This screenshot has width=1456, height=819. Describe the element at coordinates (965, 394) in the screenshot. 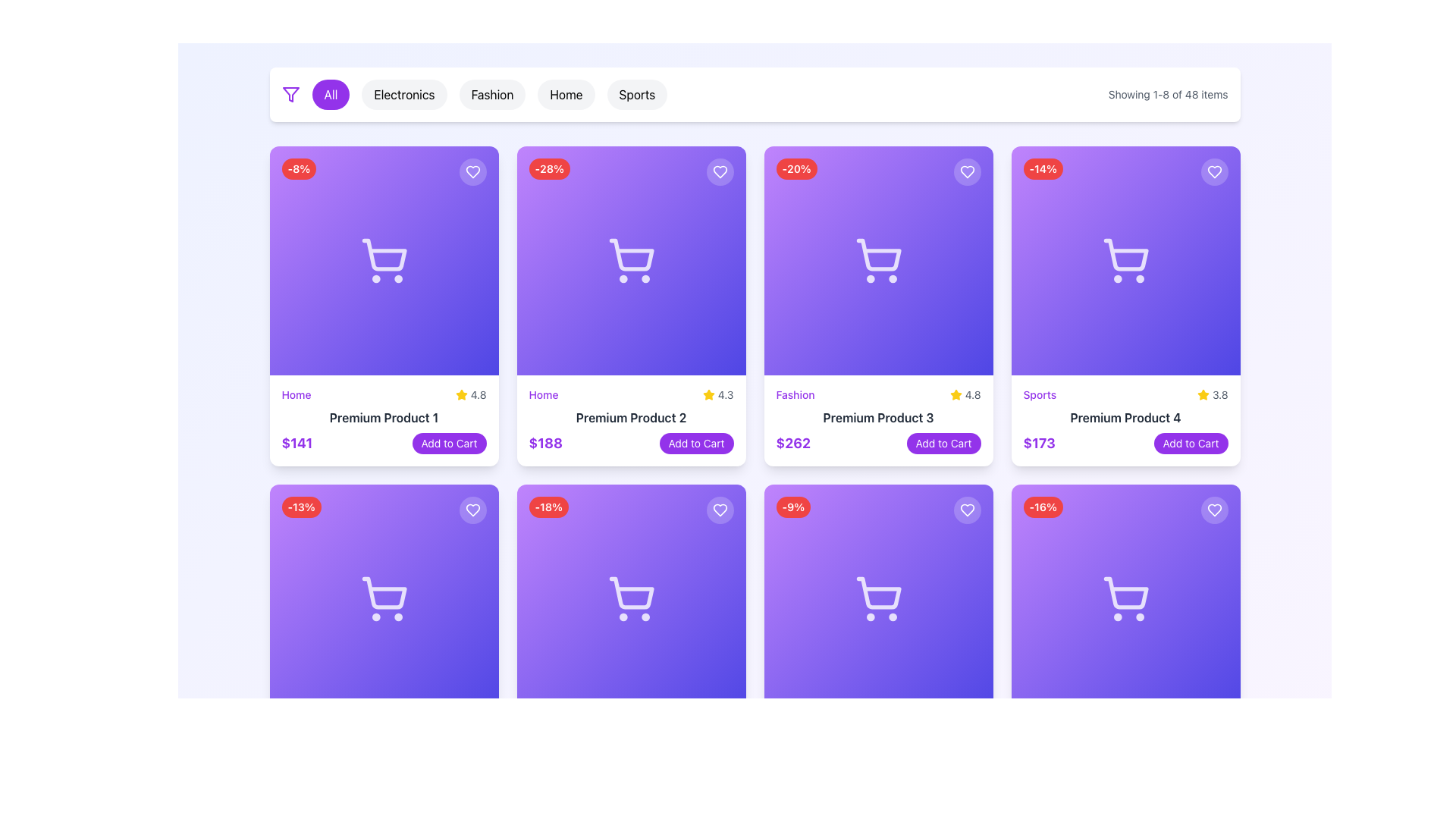

I see `the content of the Rating Display showing the rating '4.8' for the product 'Fashion Premium Product 3', located at the bottom-right corner of its card` at that location.